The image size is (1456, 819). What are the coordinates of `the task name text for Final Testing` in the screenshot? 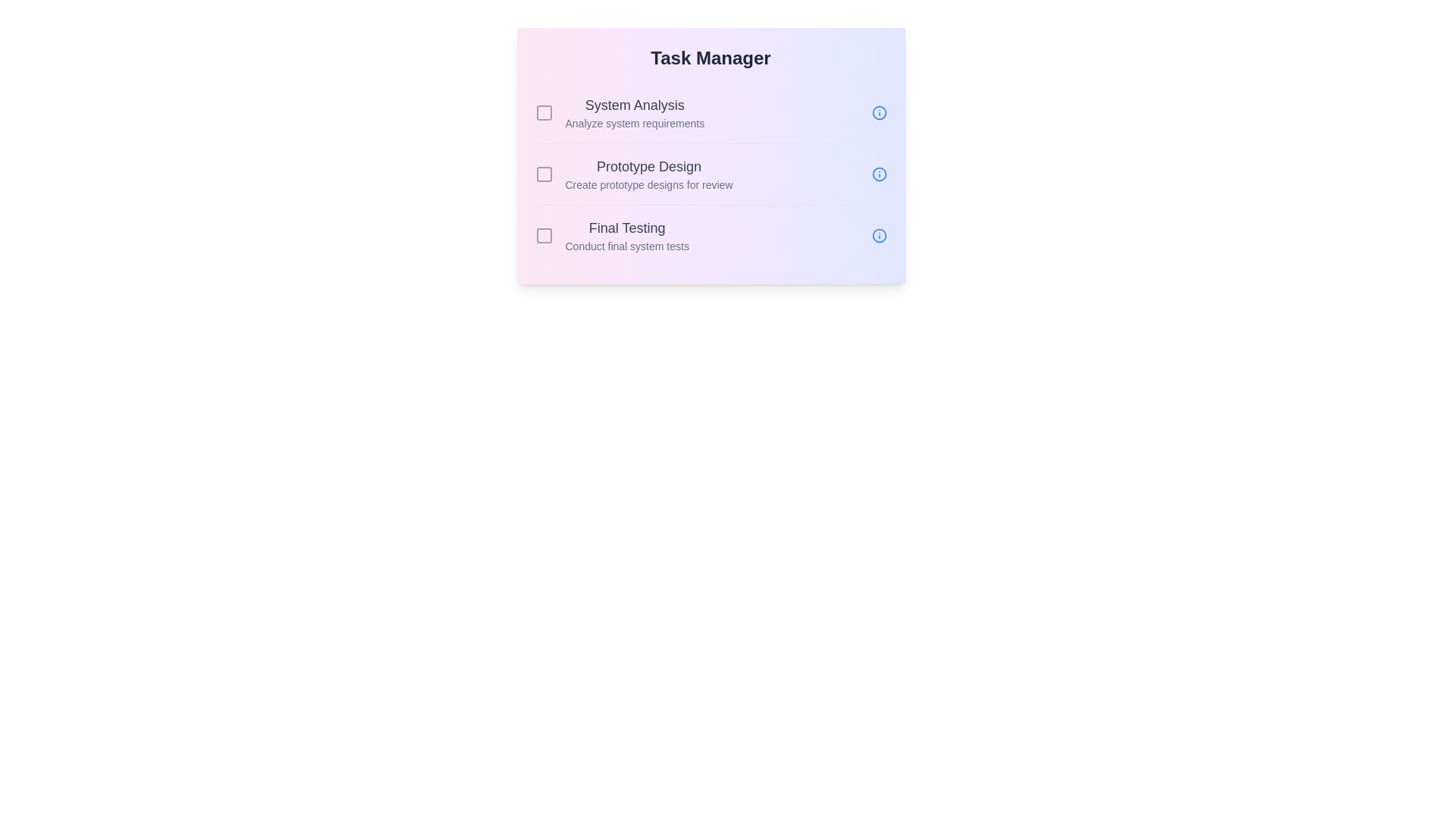 It's located at (627, 227).